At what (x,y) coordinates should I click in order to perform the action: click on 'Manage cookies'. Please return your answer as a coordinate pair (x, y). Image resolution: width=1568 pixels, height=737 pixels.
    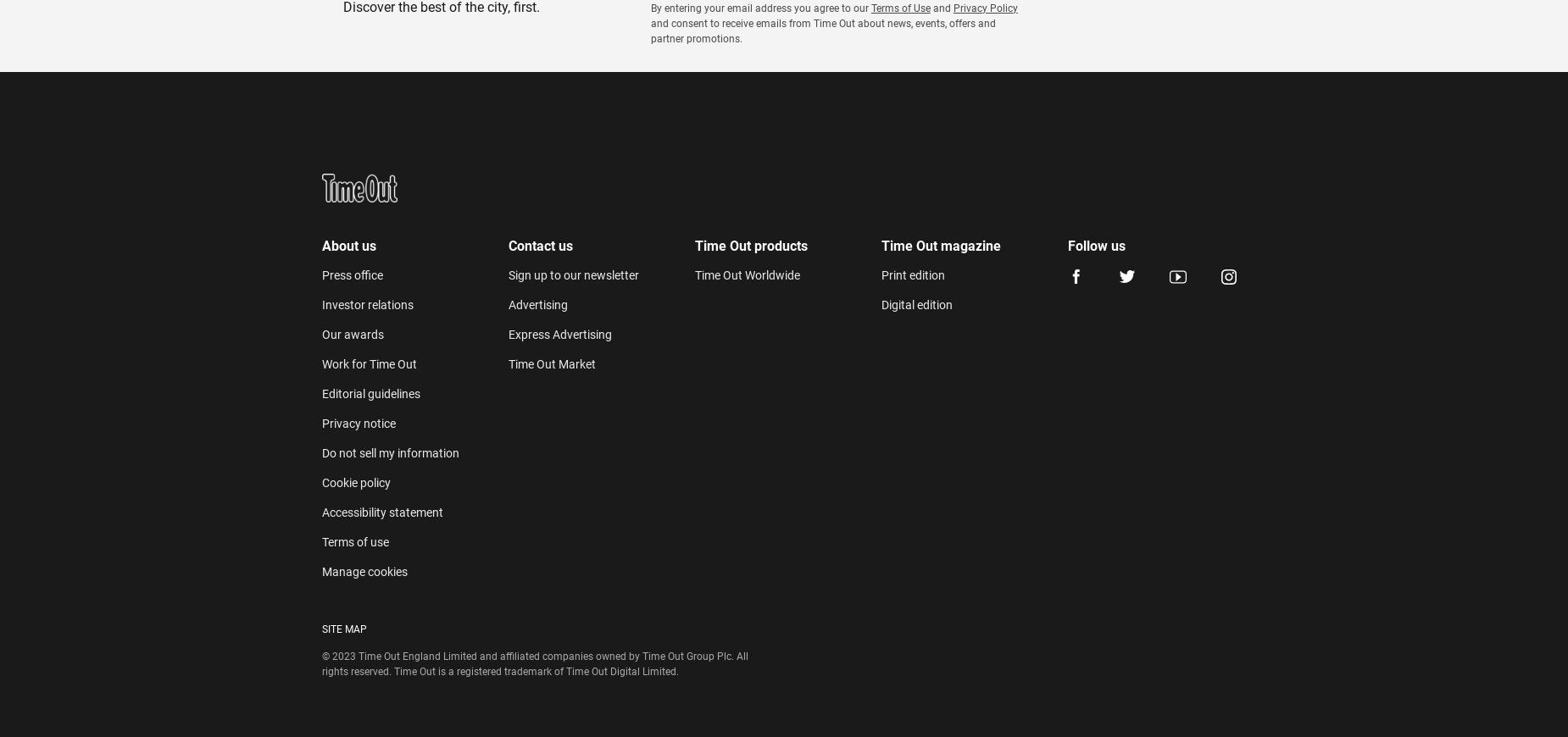
    Looking at the image, I should click on (364, 570).